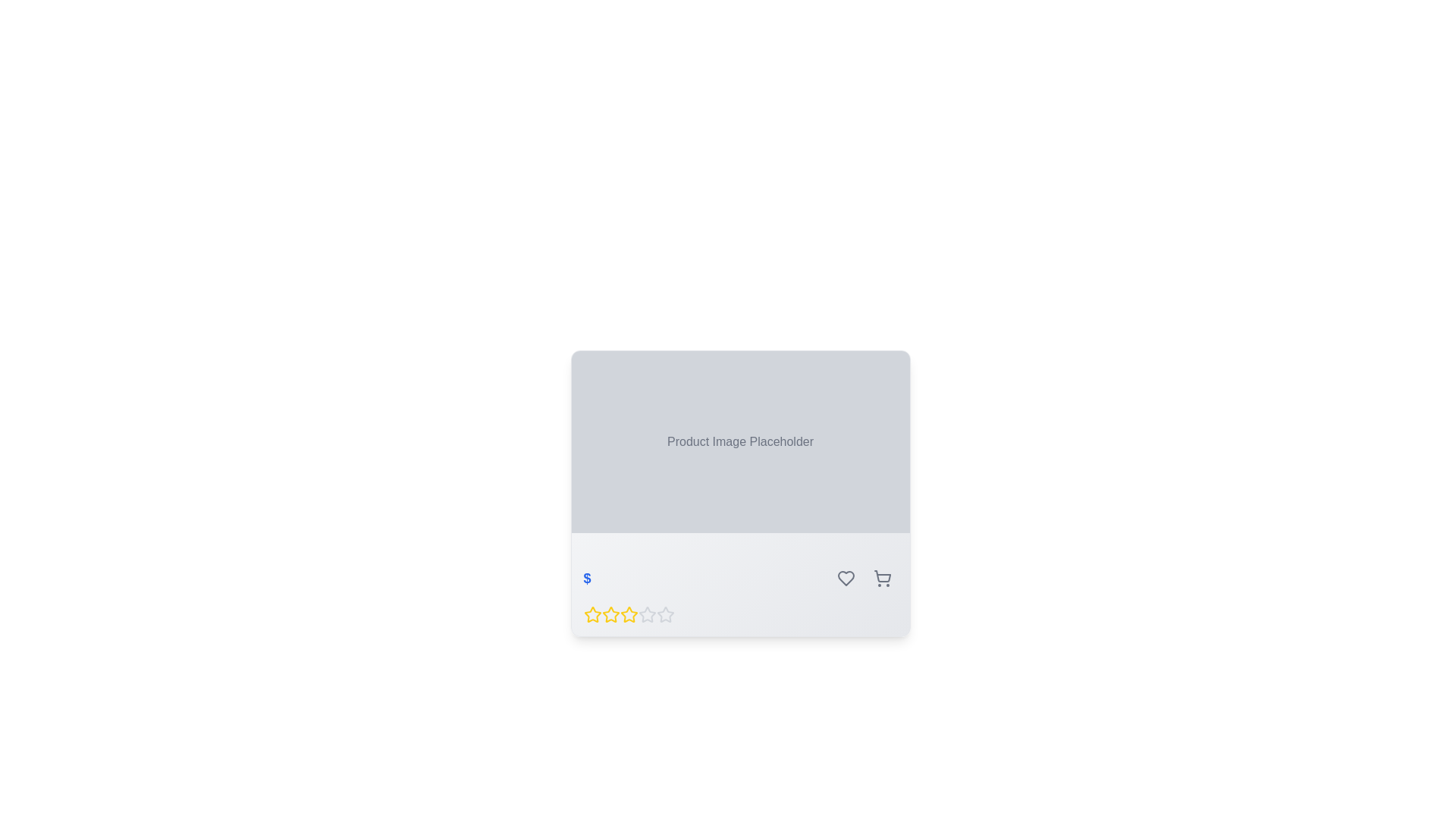  Describe the element at coordinates (845, 579) in the screenshot. I see `the first icon button in the horizontal group of controls at the bottom-right section of the card layout` at that location.